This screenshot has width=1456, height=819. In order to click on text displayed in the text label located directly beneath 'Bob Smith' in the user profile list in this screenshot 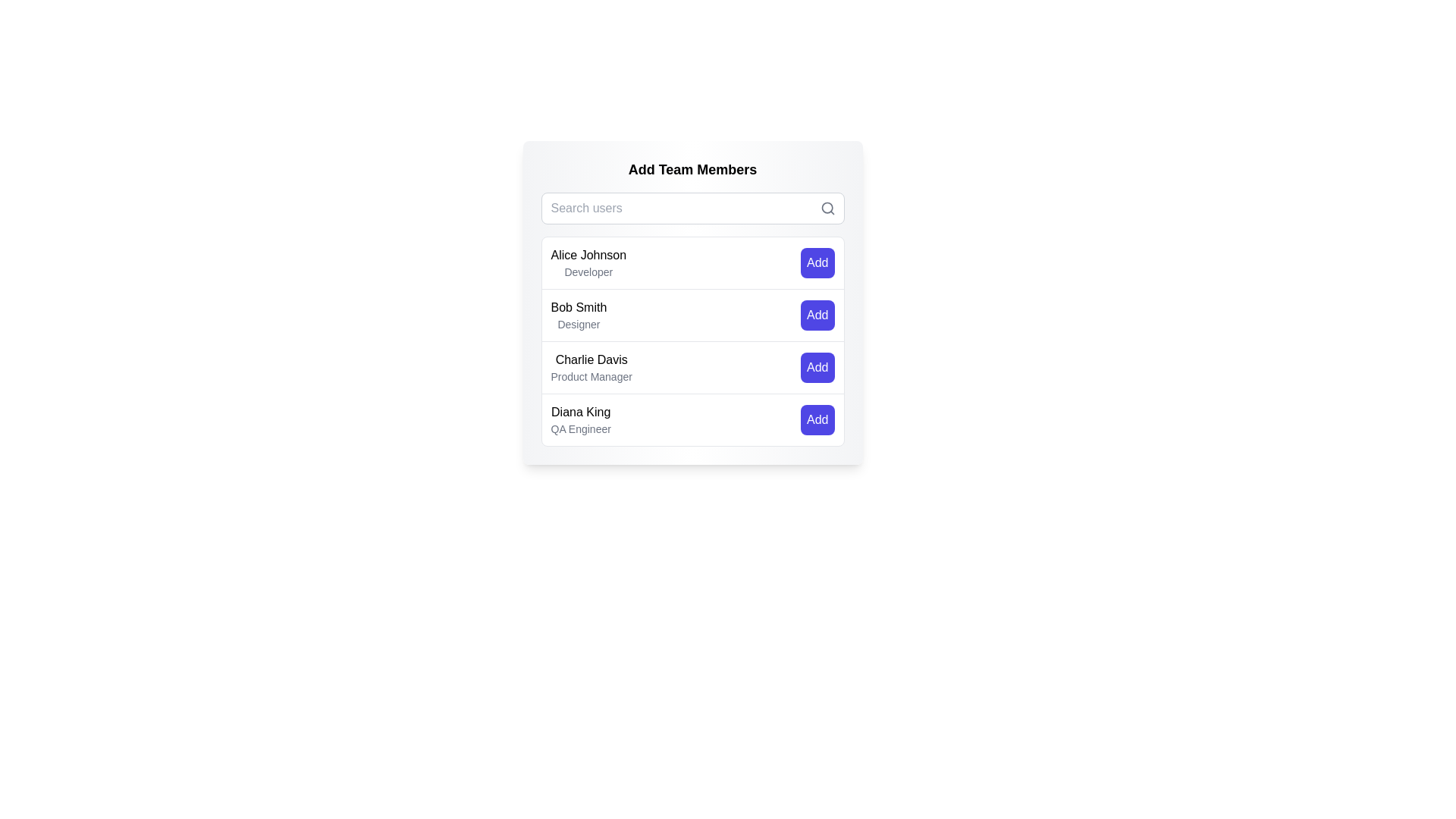, I will do `click(578, 324)`.